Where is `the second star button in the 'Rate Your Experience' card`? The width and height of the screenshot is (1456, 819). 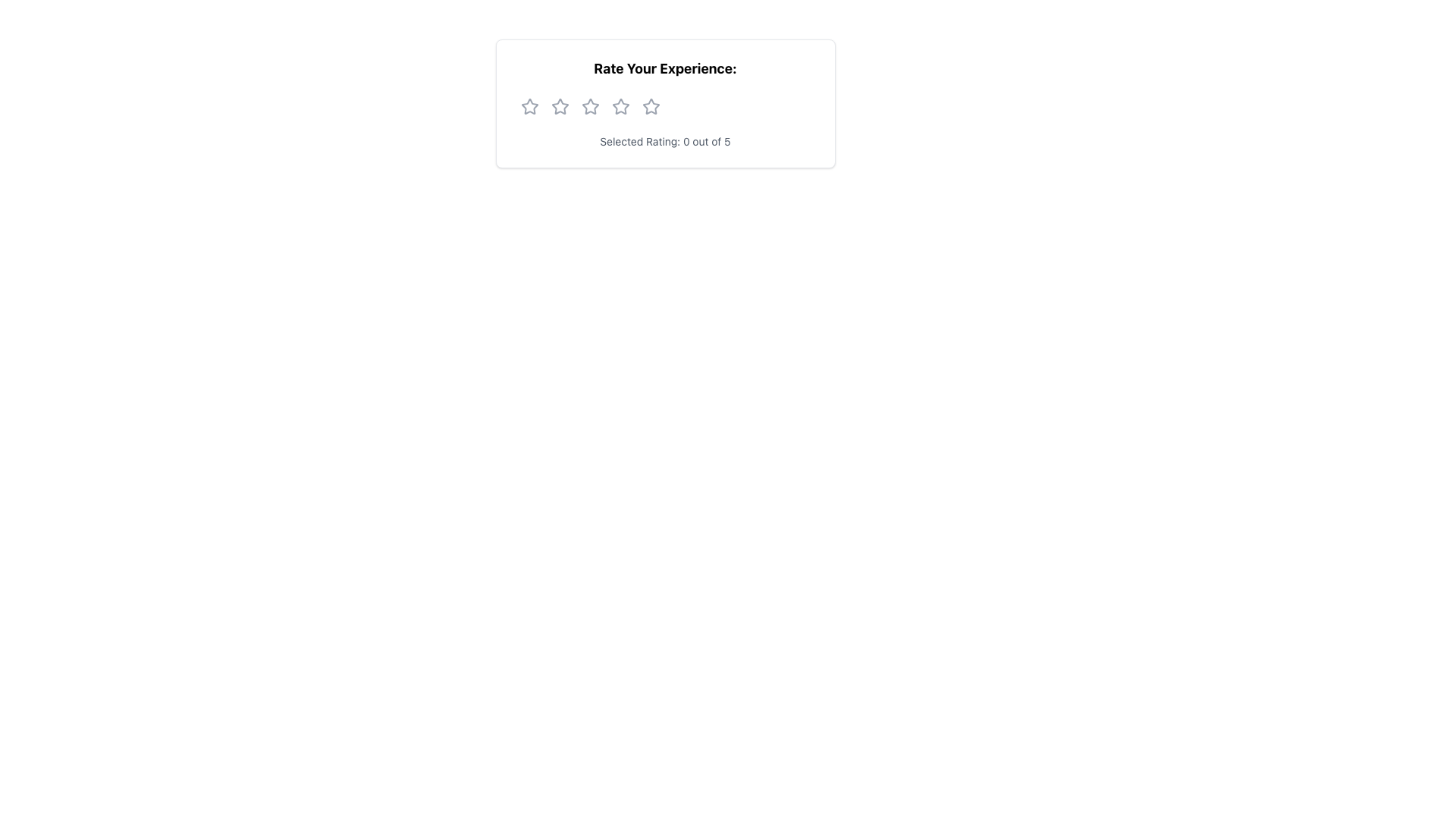
the second star button in the 'Rate Your Experience' card is located at coordinates (589, 105).